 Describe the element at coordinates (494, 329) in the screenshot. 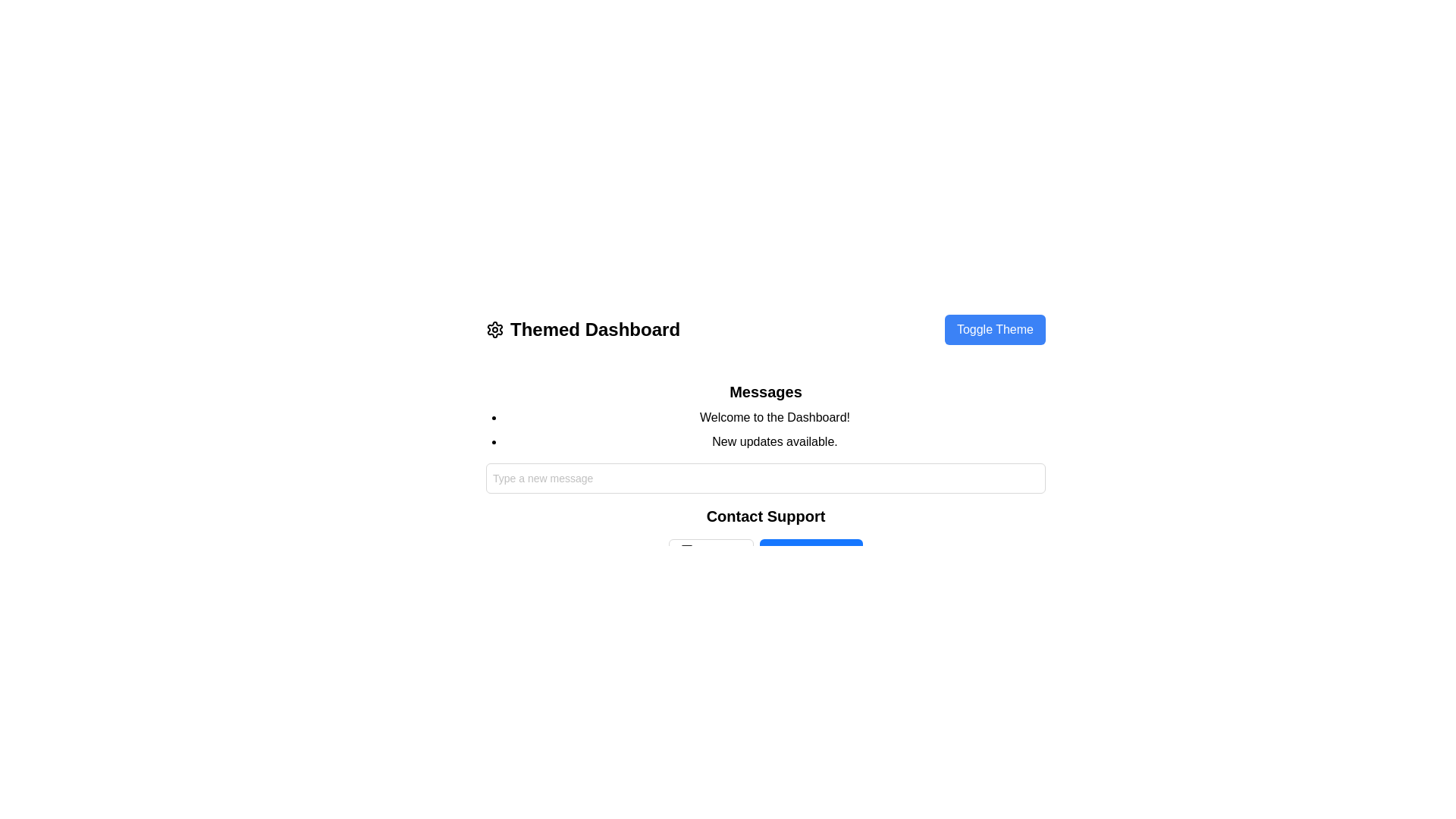

I see `the settings icon located to the left of the title 'Themed Dashboard' in the header section for navigation` at that location.